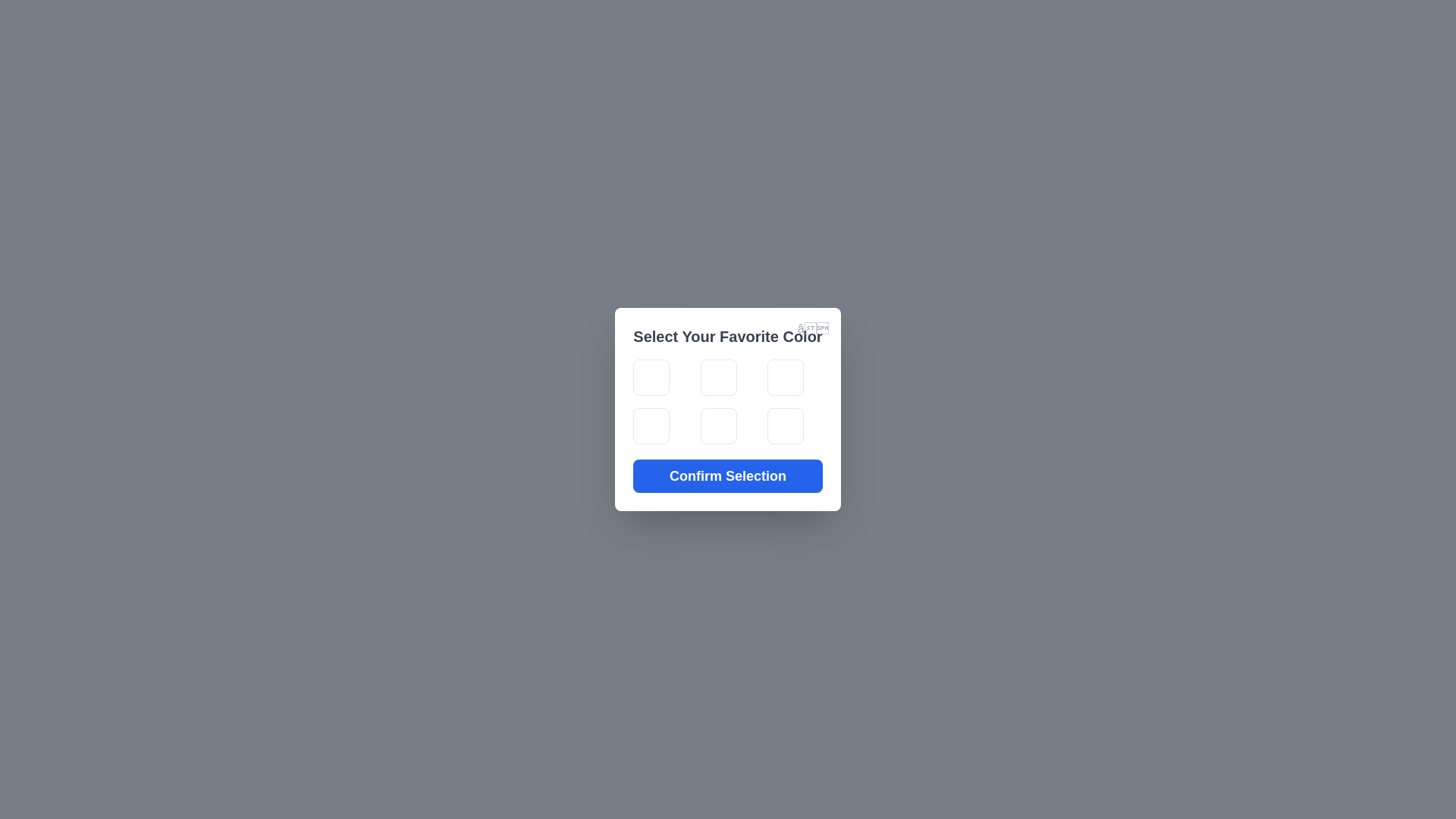  What do you see at coordinates (786, 376) in the screenshot?
I see `the color tile corresponding to green` at bounding box center [786, 376].